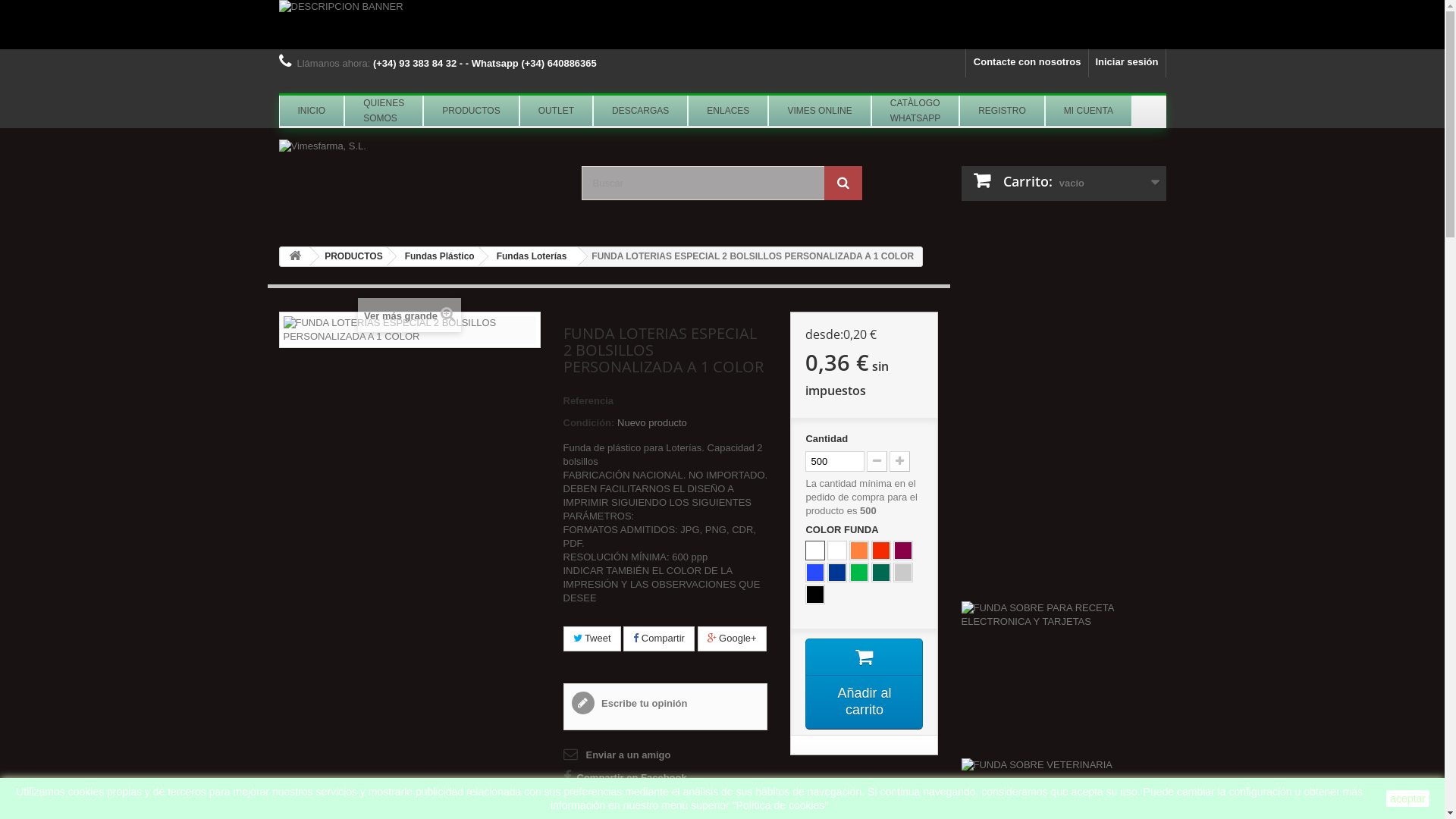 Image resolution: width=1456 pixels, height=819 pixels. What do you see at coordinates (1043, 110) in the screenshot?
I see `'MI CUENTA'` at bounding box center [1043, 110].